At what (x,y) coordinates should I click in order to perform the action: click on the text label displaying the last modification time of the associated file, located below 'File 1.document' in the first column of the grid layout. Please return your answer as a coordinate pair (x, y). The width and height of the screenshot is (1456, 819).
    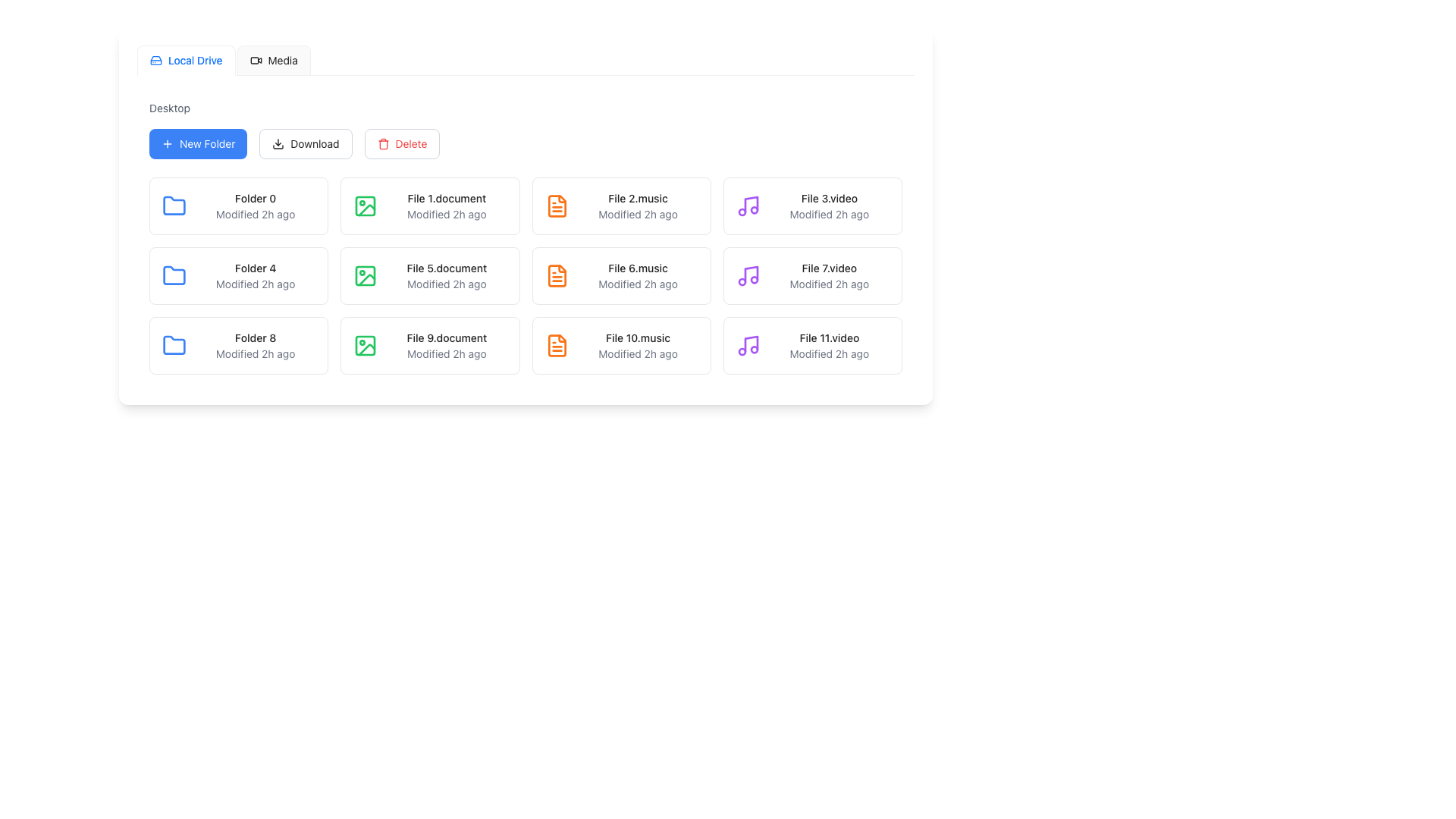
    Looking at the image, I should click on (446, 214).